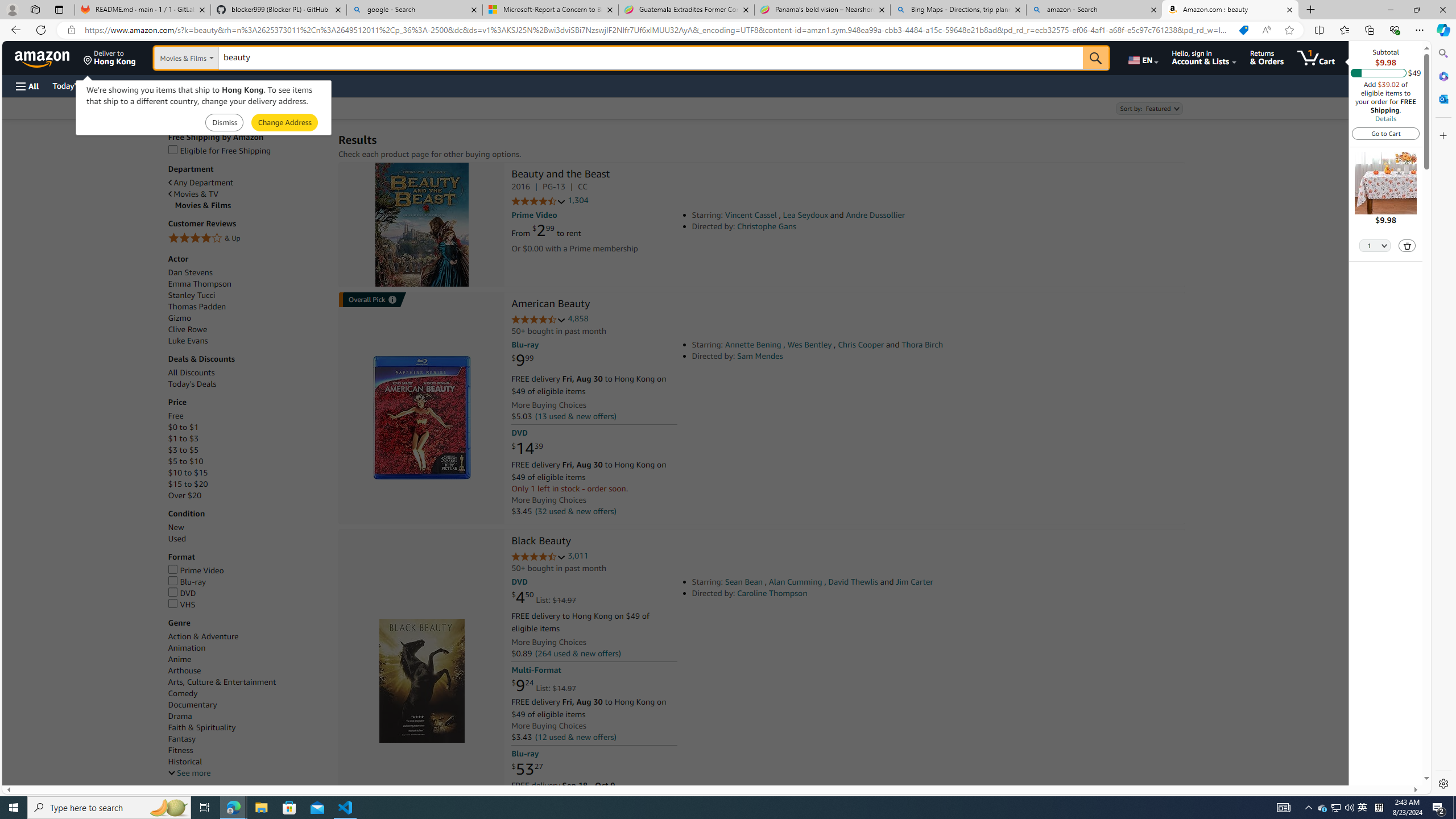 The image size is (1456, 819). Describe the element at coordinates (1266, 57) in the screenshot. I see `'Returns & Orders'` at that location.